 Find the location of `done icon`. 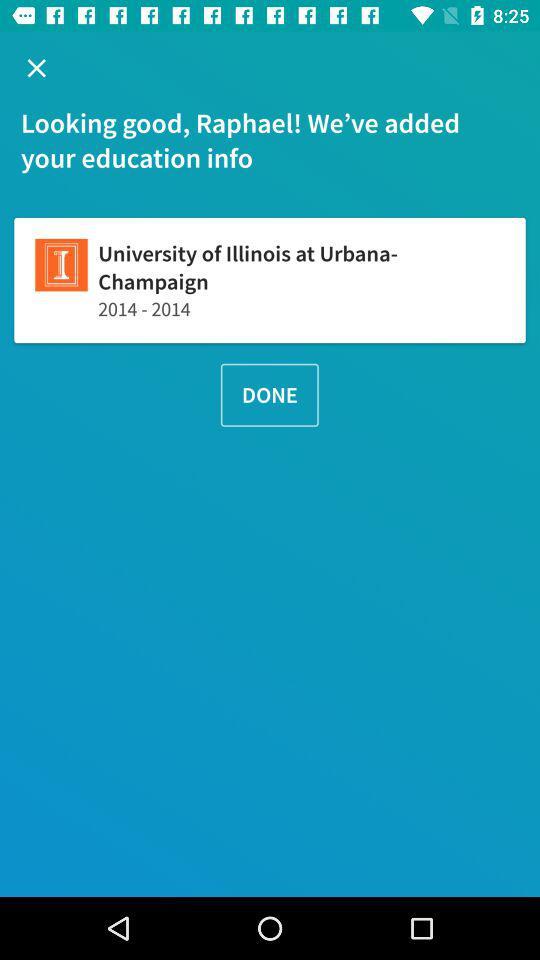

done icon is located at coordinates (269, 394).